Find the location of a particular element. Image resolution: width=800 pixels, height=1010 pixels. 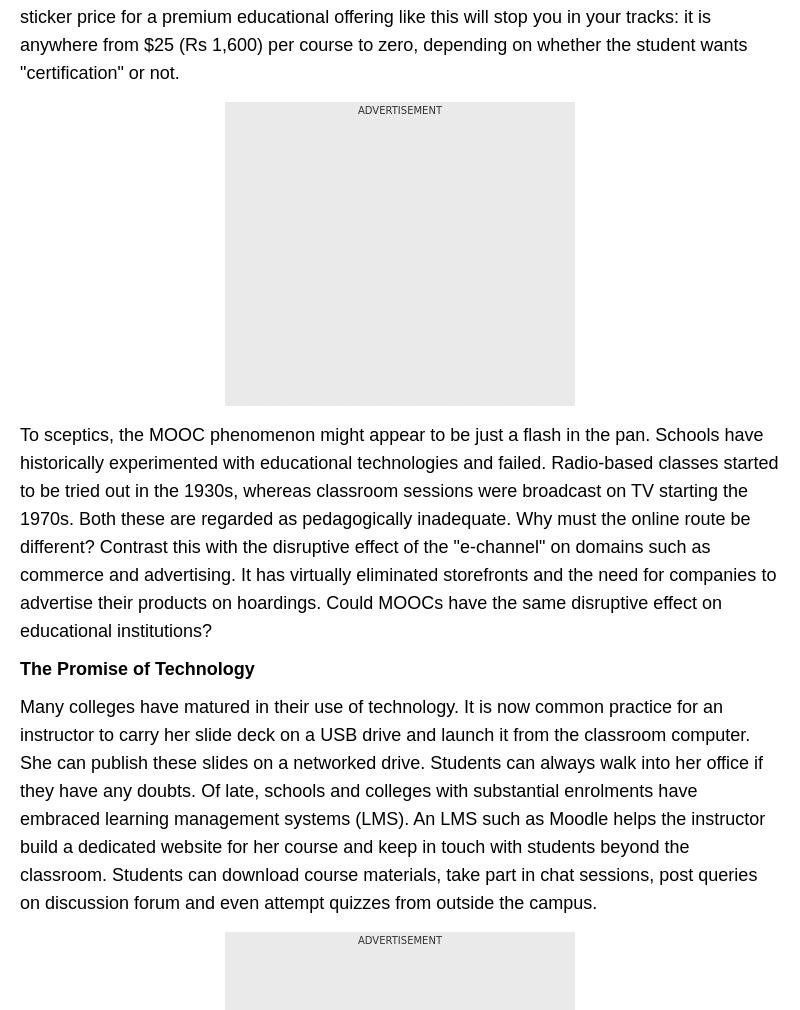

'BT-TR GCC Listing' is located at coordinates (20, 259).